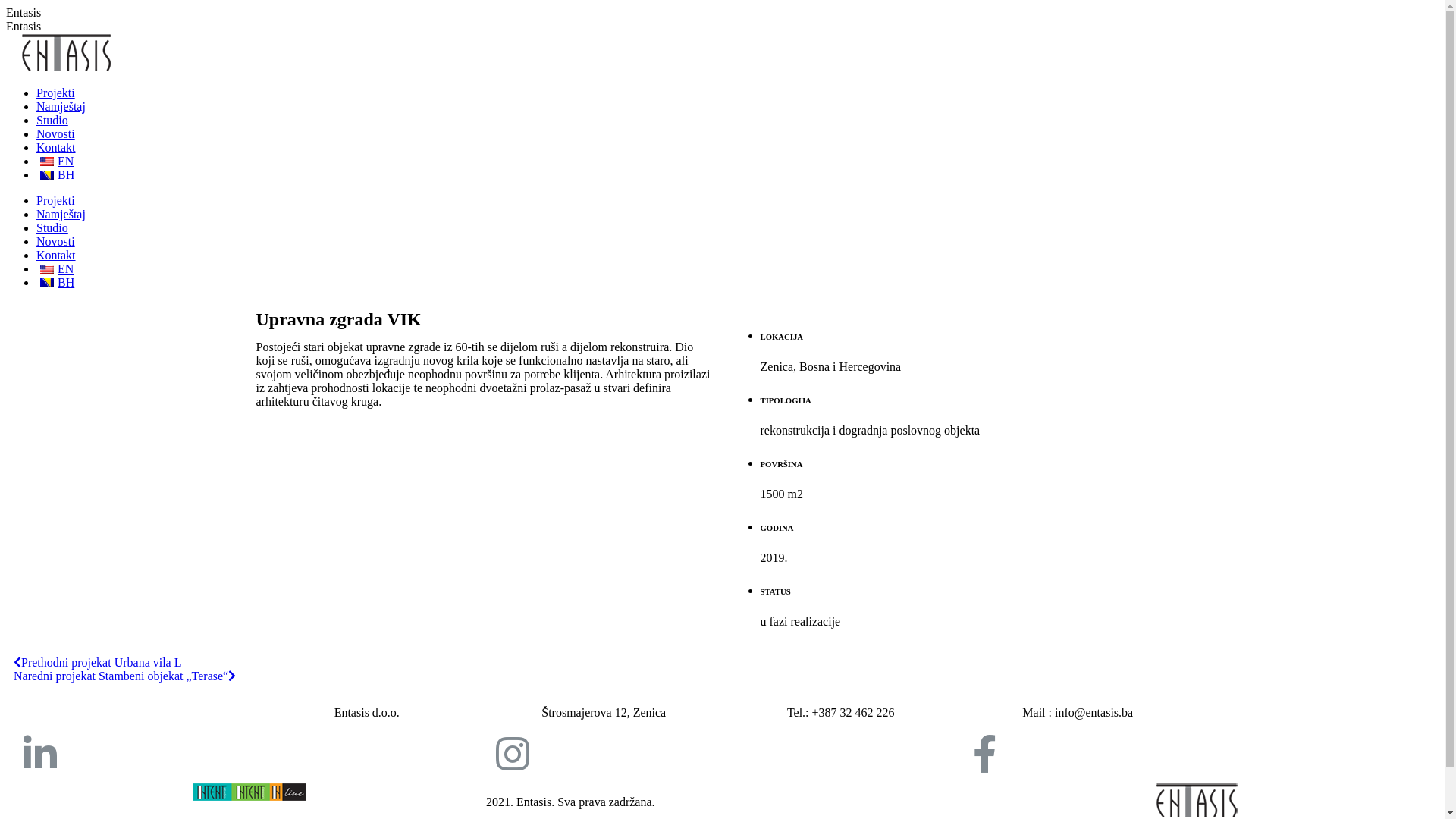 The image size is (1456, 819). What do you see at coordinates (55, 93) in the screenshot?
I see `'Projekti'` at bounding box center [55, 93].